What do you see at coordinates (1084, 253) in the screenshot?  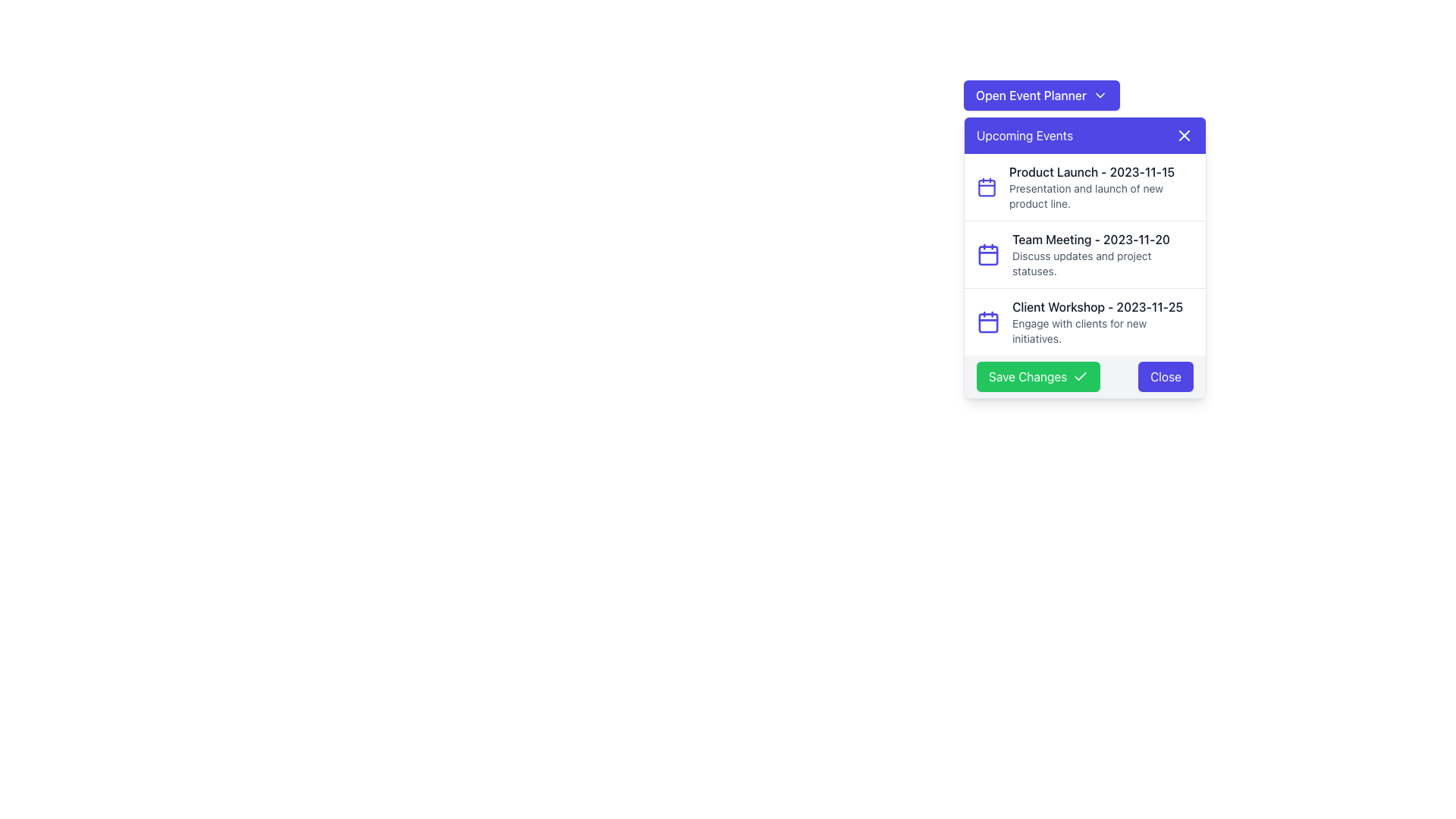 I see `to select the second event in the Upcoming Events list, located directly under 'Product Launch - 2023-11-15'` at bounding box center [1084, 253].